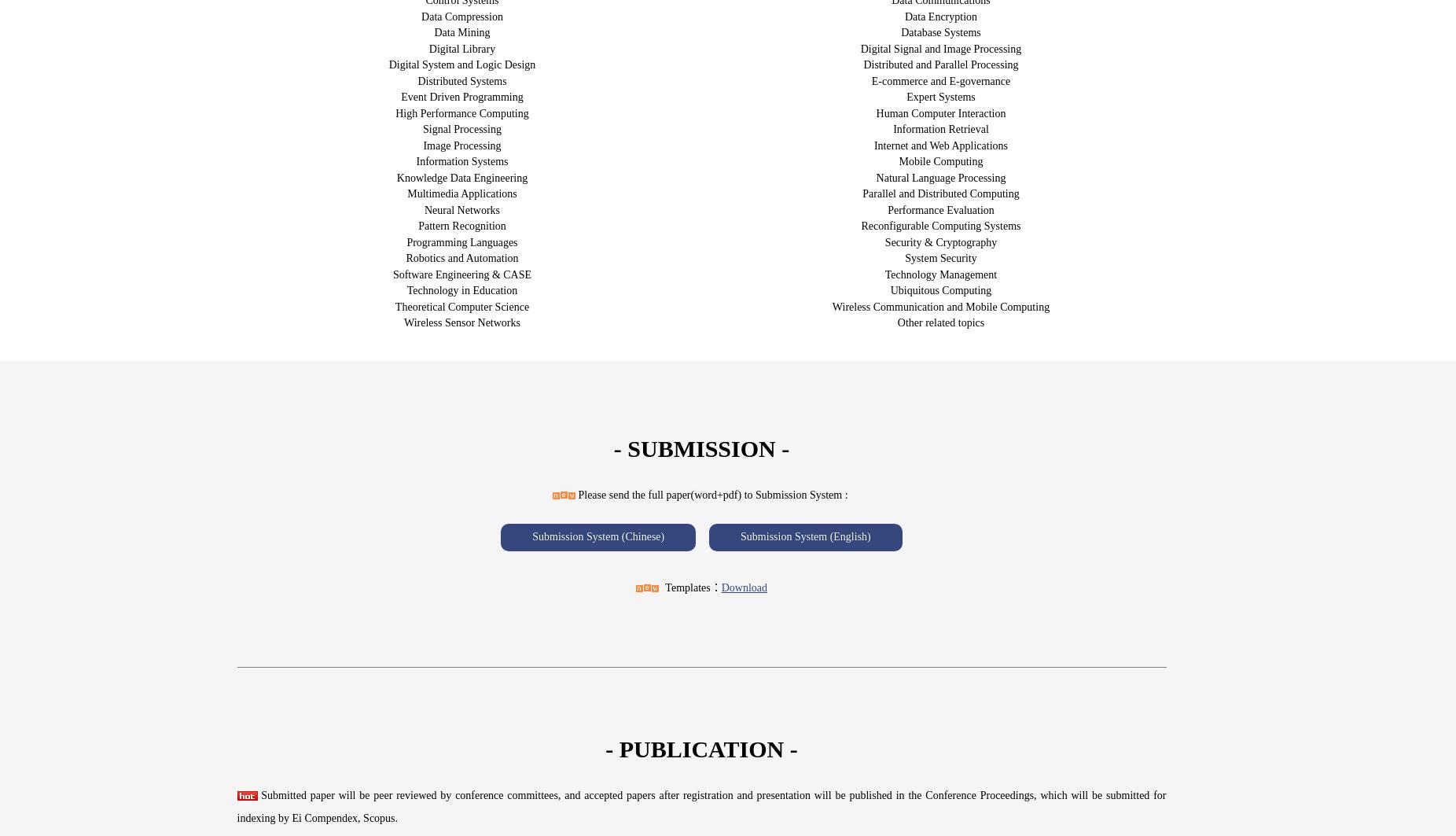  I want to click on 'Information Retrieval', so click(892, 129).